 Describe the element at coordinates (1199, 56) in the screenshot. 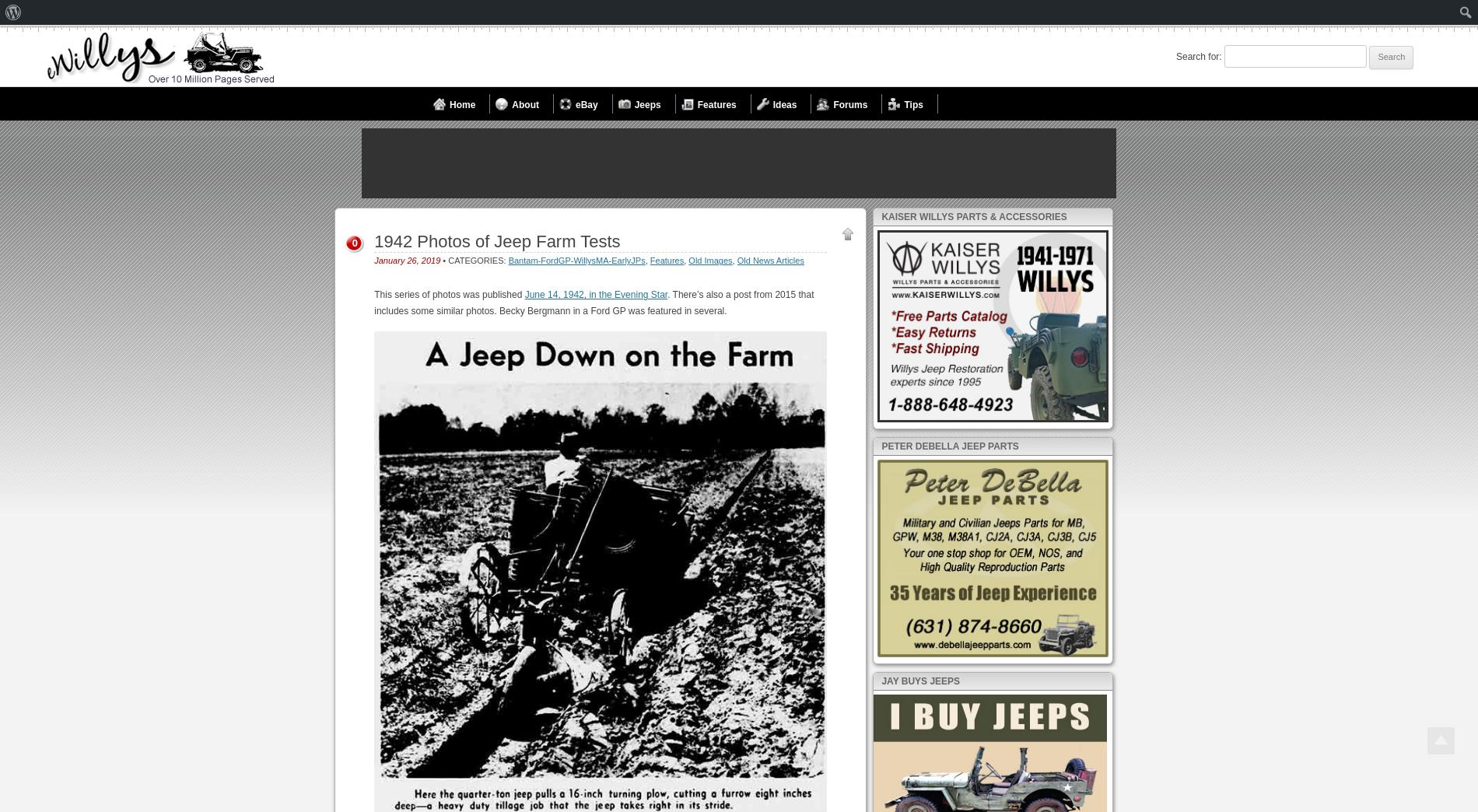

I see `'Search for:'` at that location.